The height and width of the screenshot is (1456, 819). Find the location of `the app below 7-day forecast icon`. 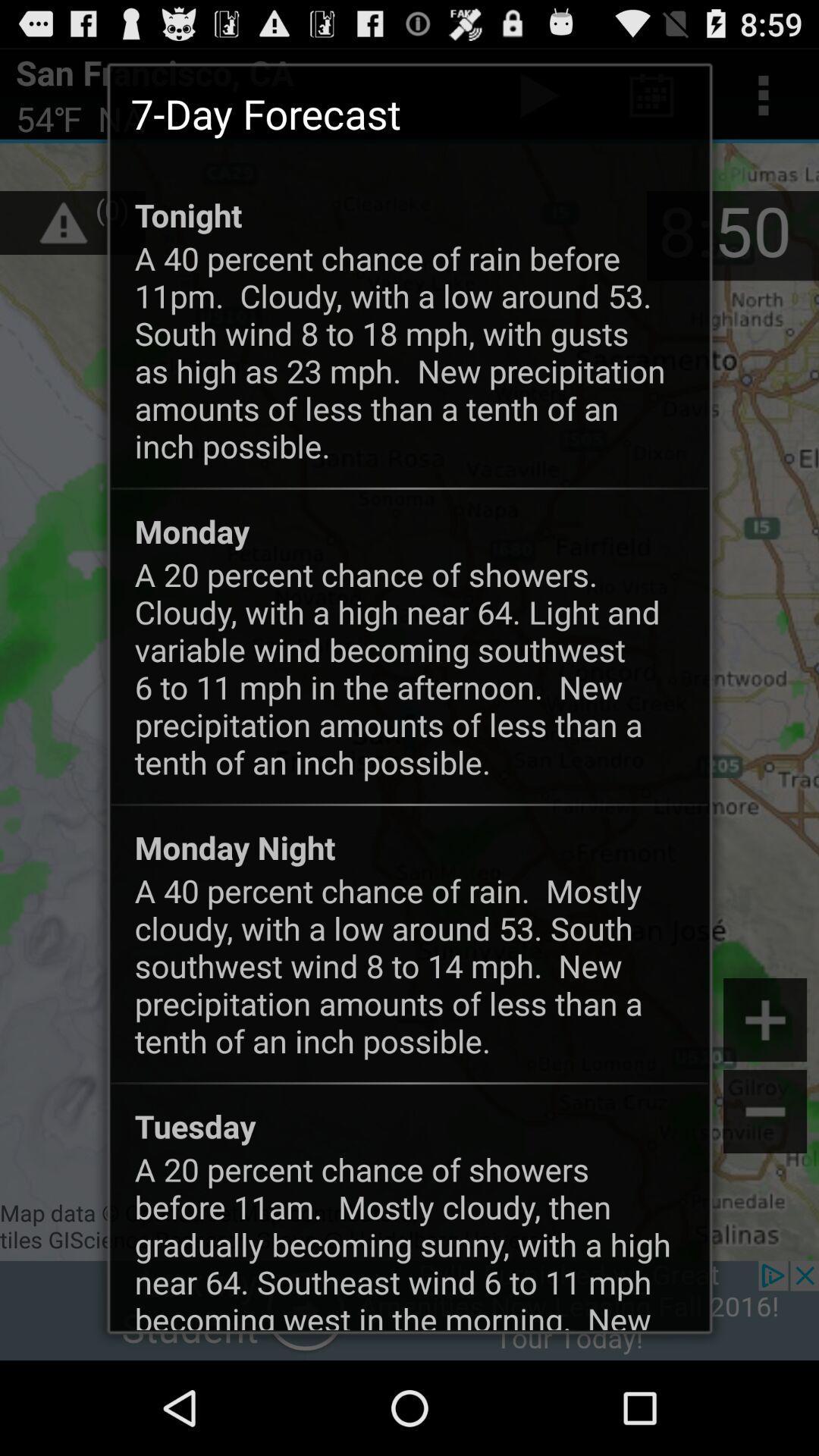

the app below 7-day forecast icon is located at coordinates (187, 214).